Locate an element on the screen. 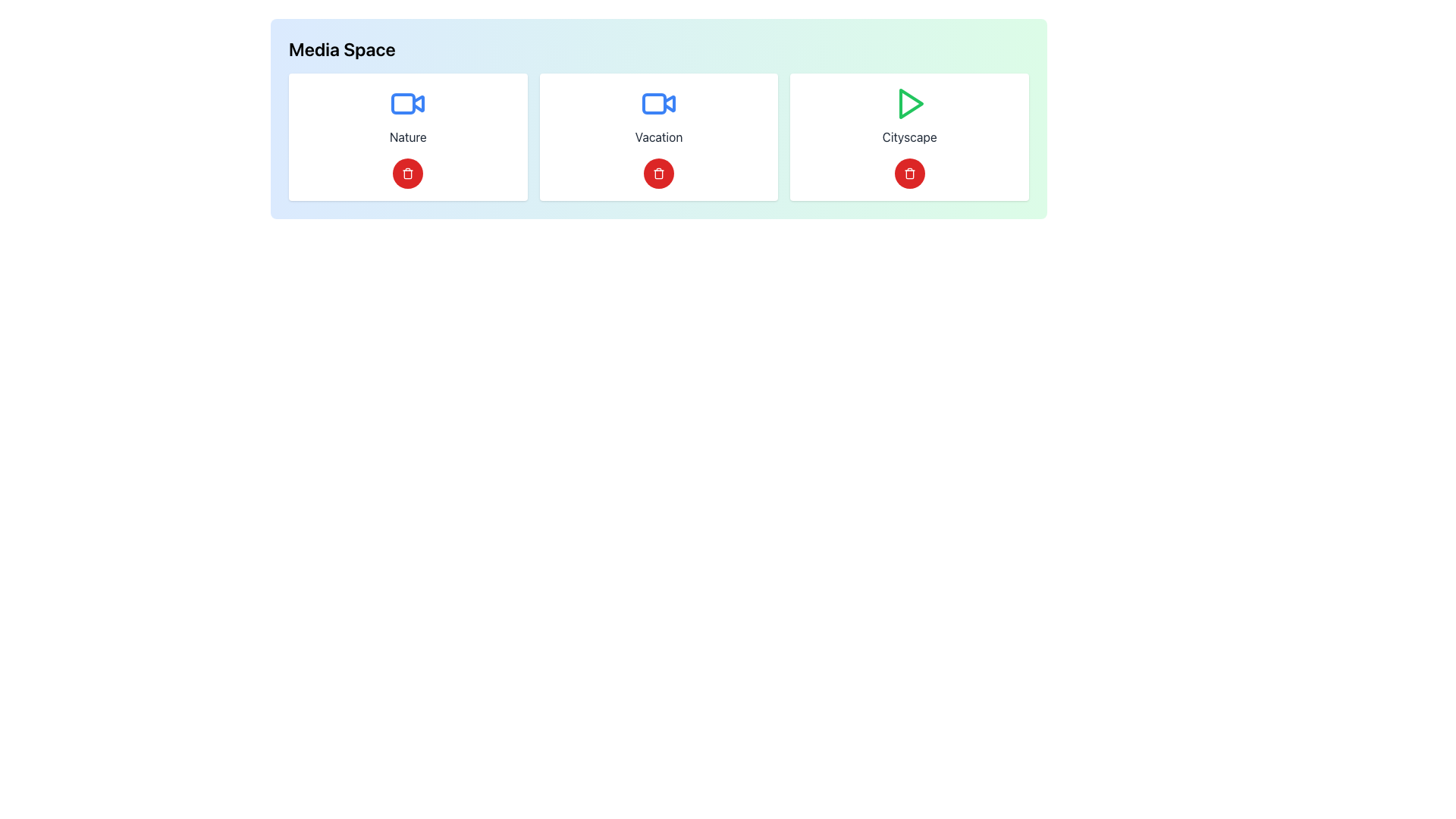 The image size is (1456, 819). the text label 'Nature' styled in gray located in the first card of the grid, positioned below the video icon and above the red circular trash button is located at coordinates (408, 137).